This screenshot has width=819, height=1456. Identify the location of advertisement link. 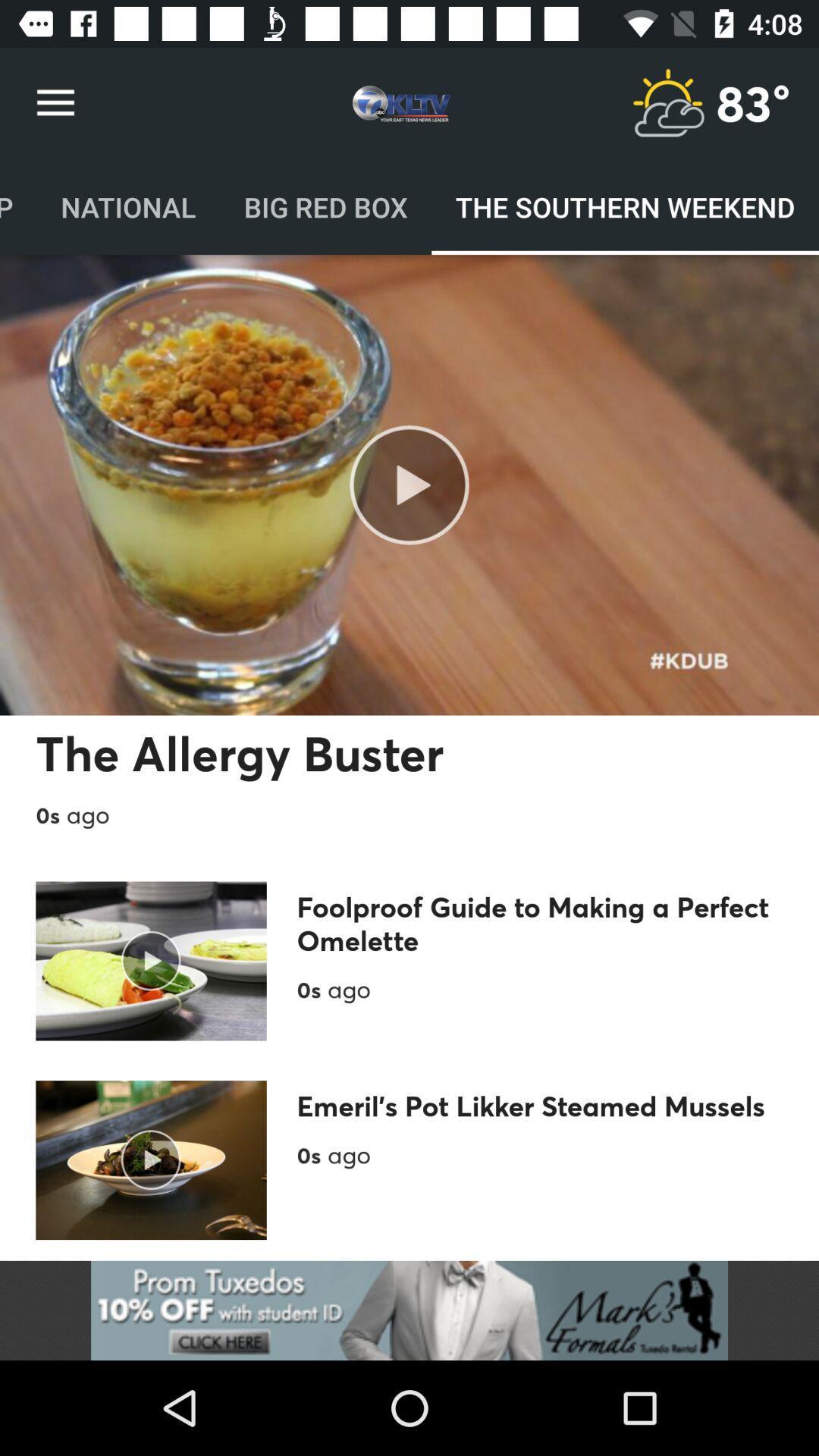
(409, 1310).